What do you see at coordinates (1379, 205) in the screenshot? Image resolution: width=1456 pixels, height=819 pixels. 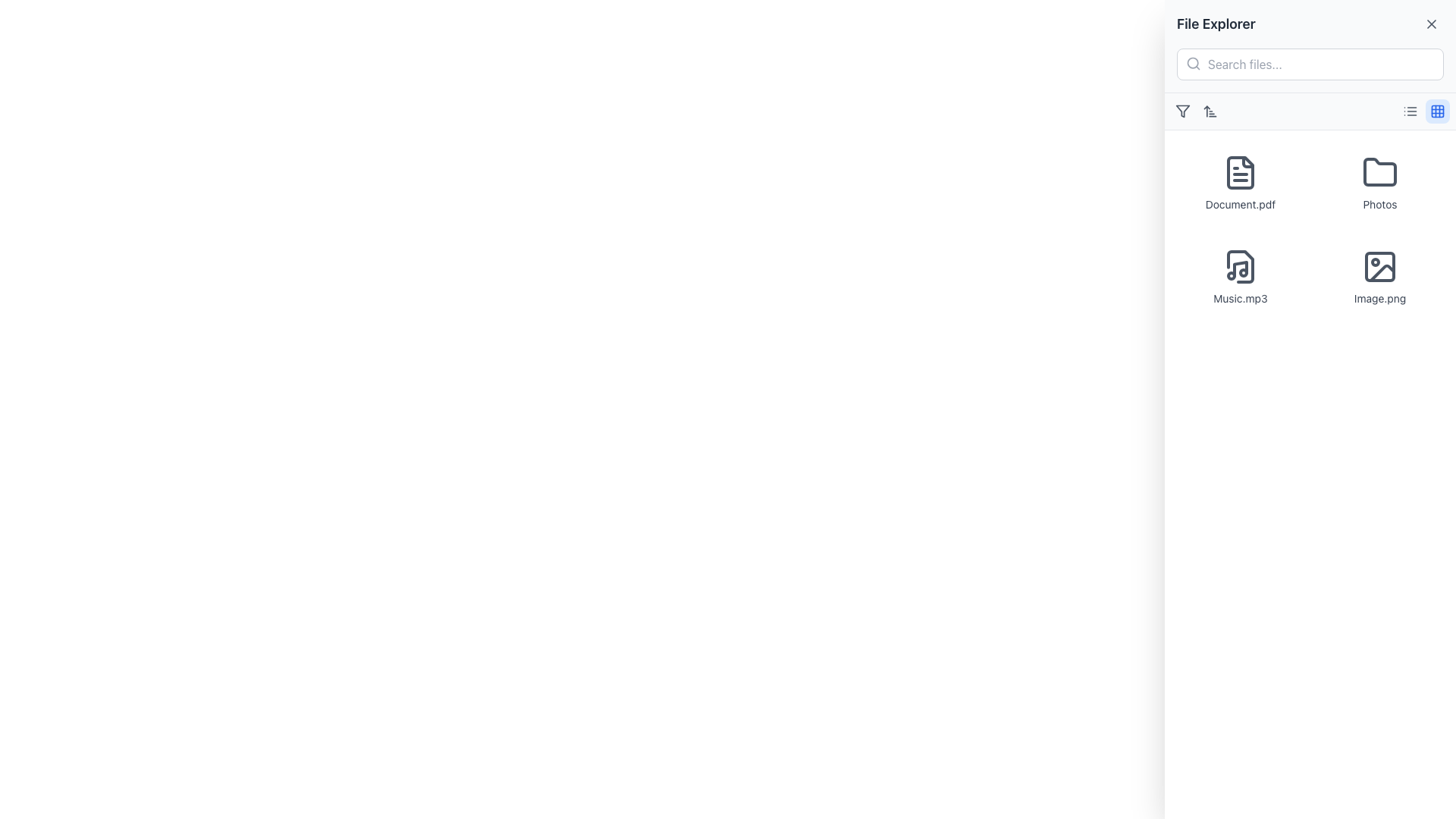 I see `the label for the folder item in the file manager interface, which is located beneath the folder icon in the second column of the first row` at bounding box center [1379, 205].